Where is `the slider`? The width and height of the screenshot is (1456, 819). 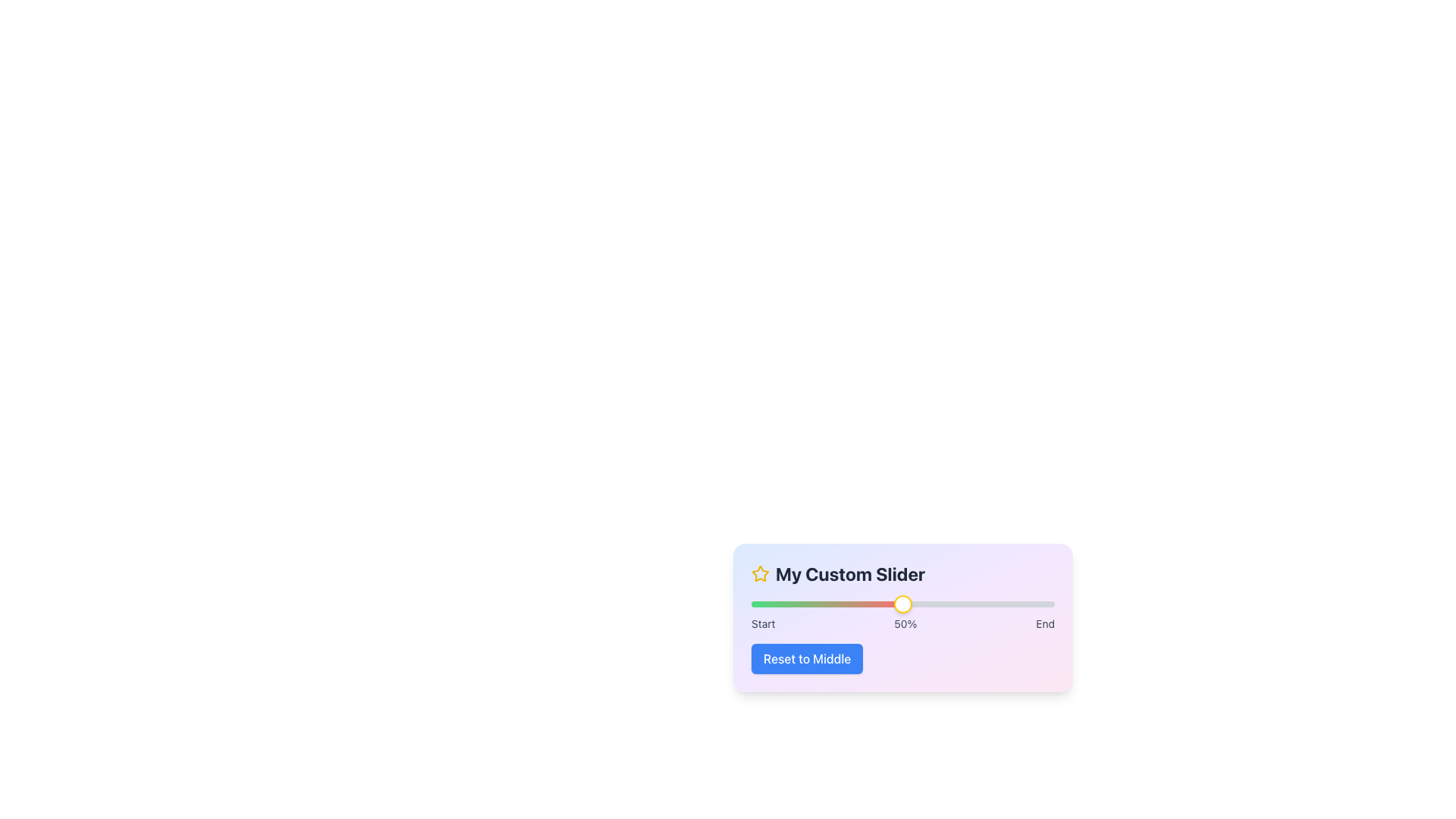 the slider is located at coordinates (871, 604).